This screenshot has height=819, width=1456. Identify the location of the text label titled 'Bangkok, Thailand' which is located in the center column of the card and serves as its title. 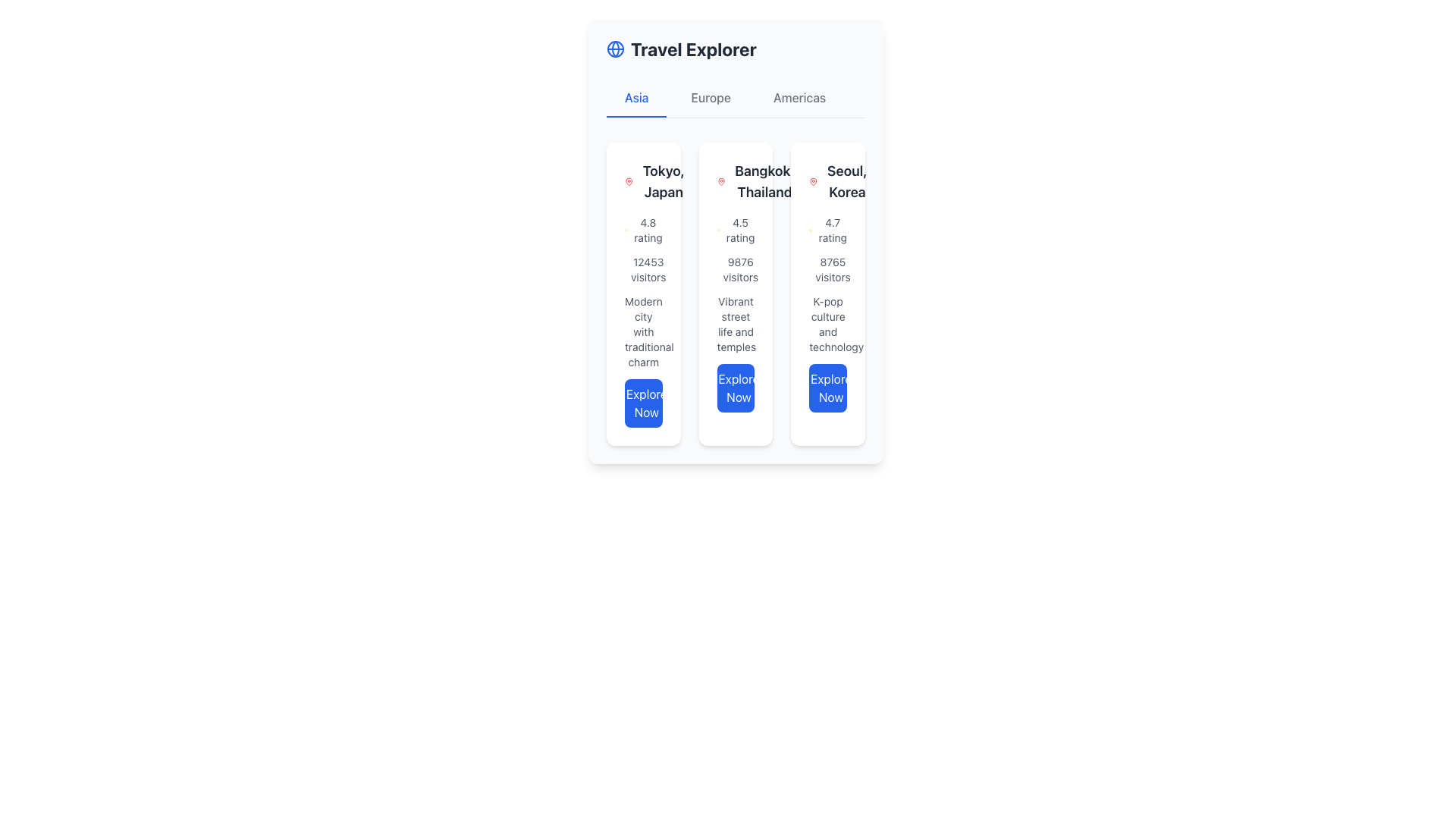
(736, 180).